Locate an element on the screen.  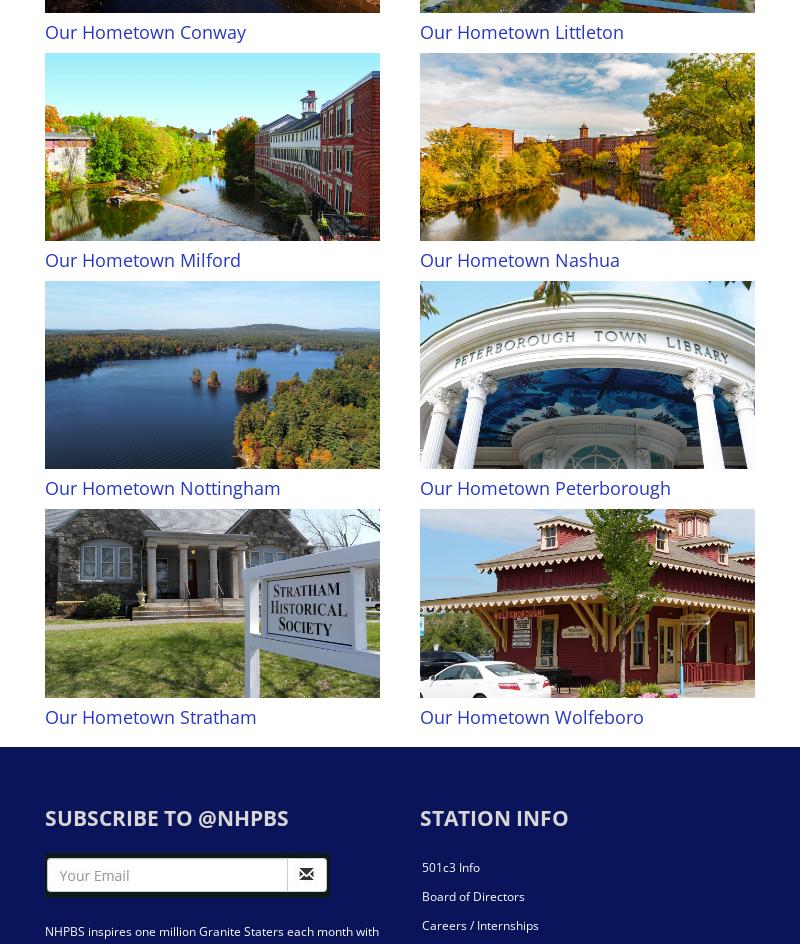
'Our Hometown Peterborough' is located at coordinates (545, 487).